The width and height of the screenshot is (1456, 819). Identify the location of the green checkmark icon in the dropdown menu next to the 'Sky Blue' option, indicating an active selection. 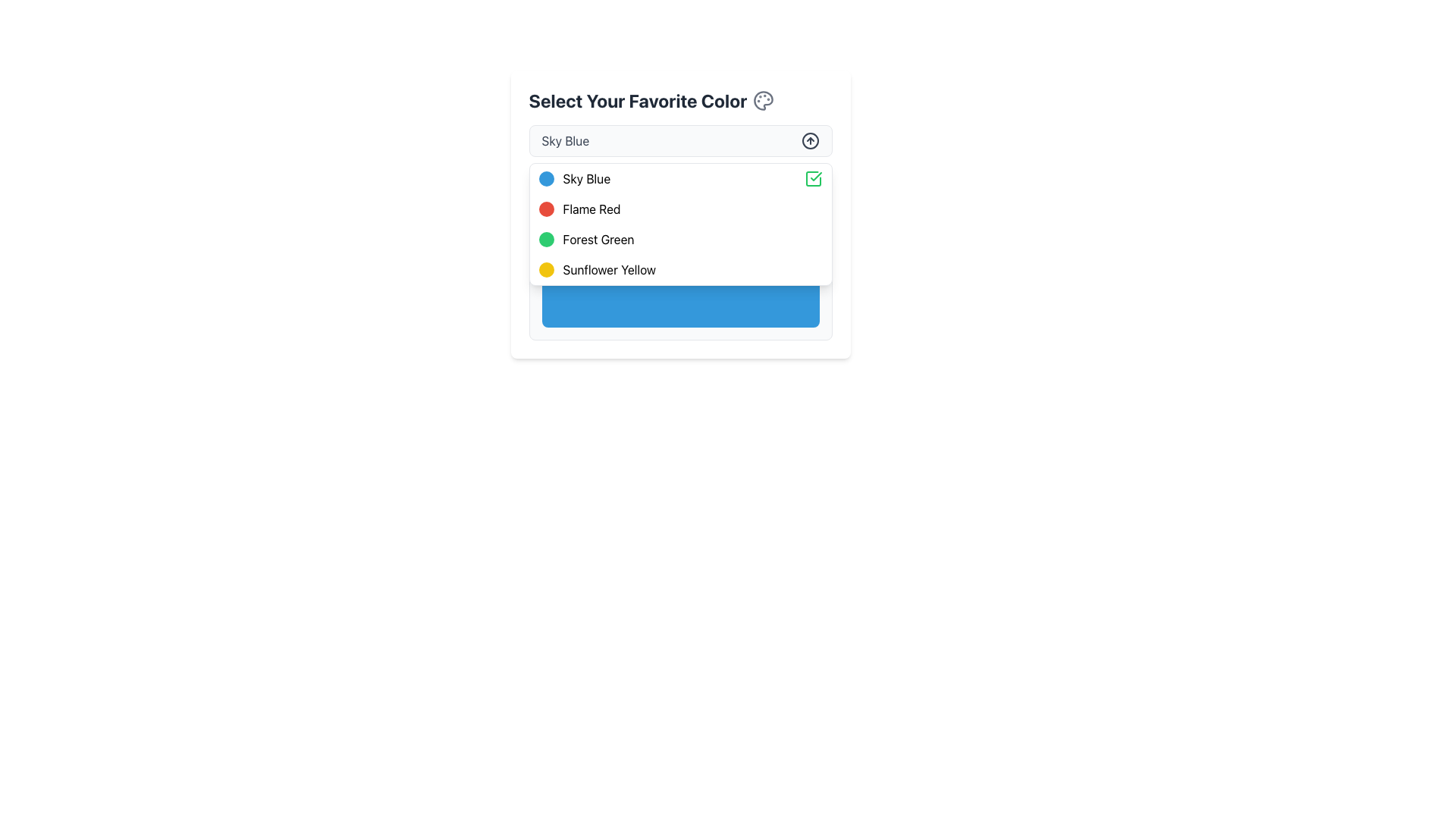
(812, 177).